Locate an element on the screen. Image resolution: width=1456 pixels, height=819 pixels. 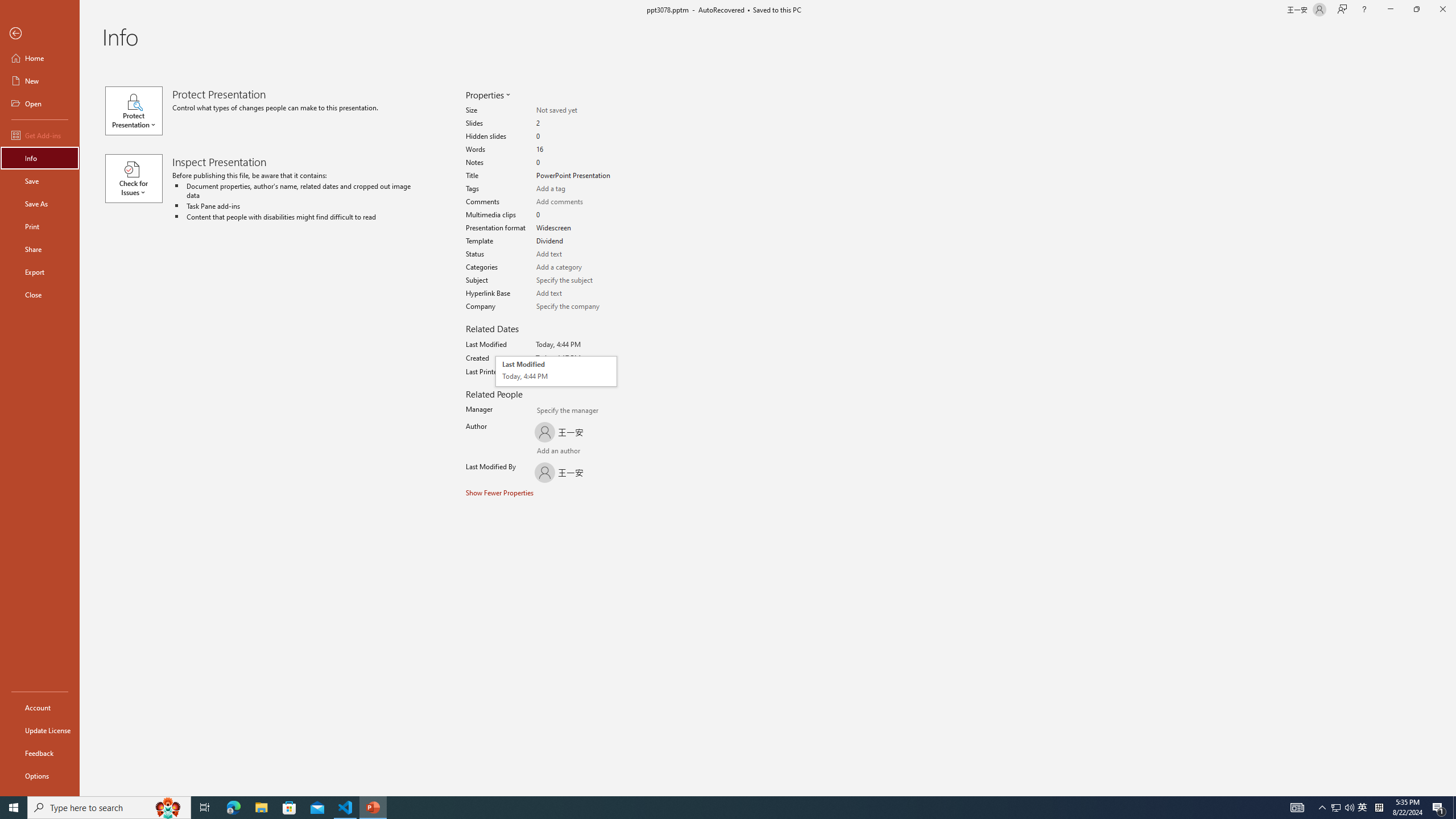
'Show Fewer Properties' is located at coordinates (500, 492).